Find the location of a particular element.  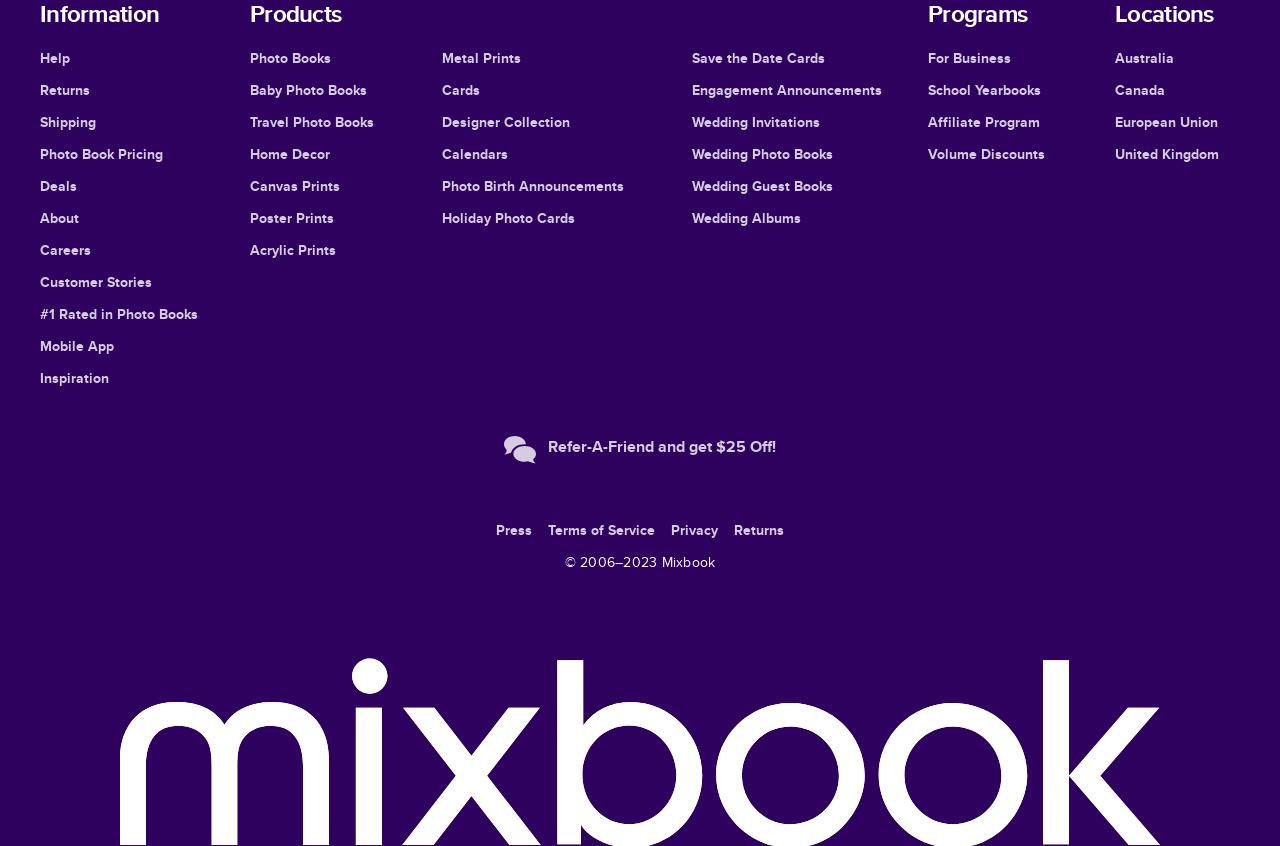

'Shipping' is located at coordinates (67, 121).